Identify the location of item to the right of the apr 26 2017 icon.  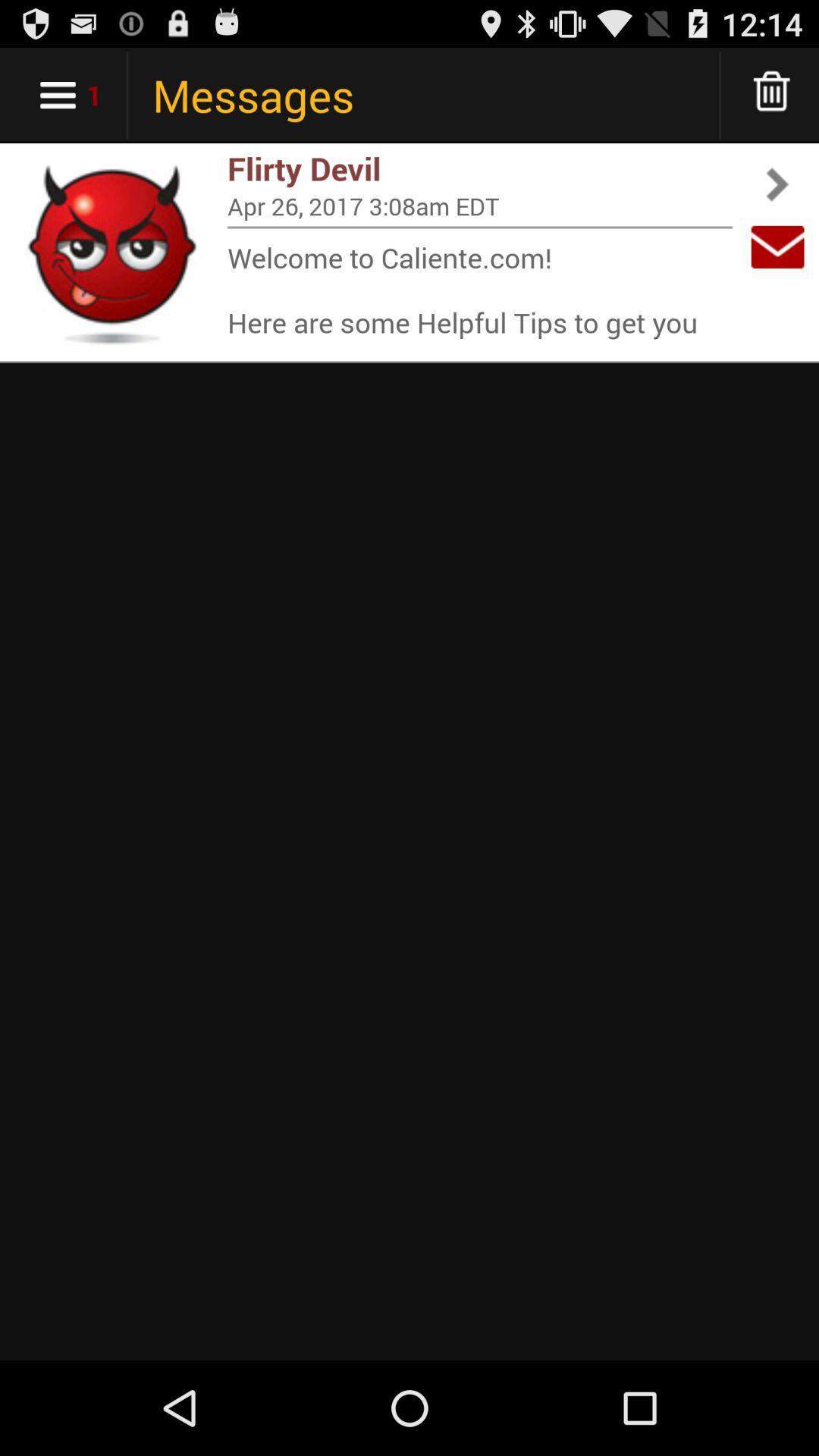
(777, 246).